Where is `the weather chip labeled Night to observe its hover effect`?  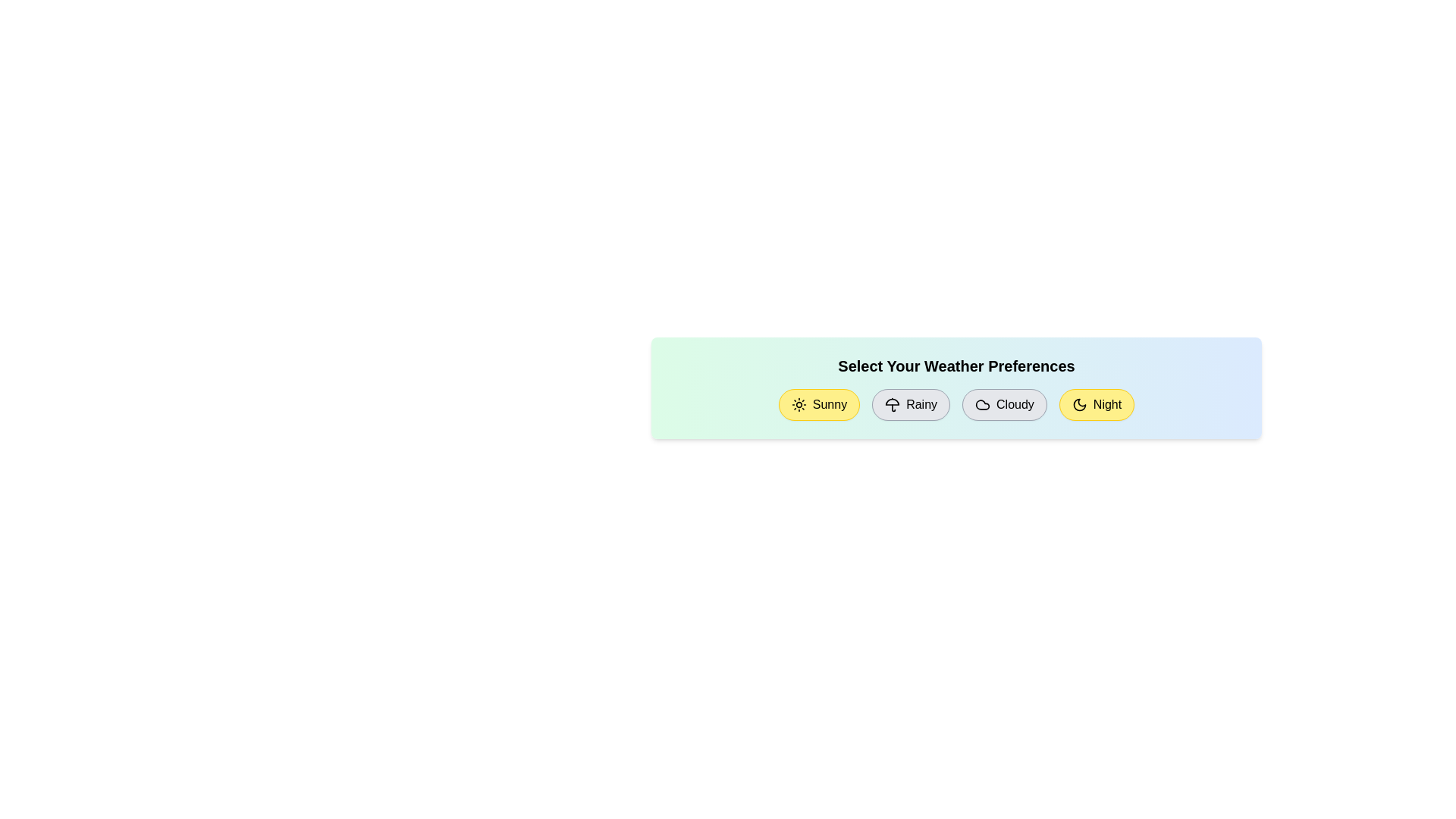
the weather chip labeled Night to observe its hover effect is located at coordinates (1097, 403).